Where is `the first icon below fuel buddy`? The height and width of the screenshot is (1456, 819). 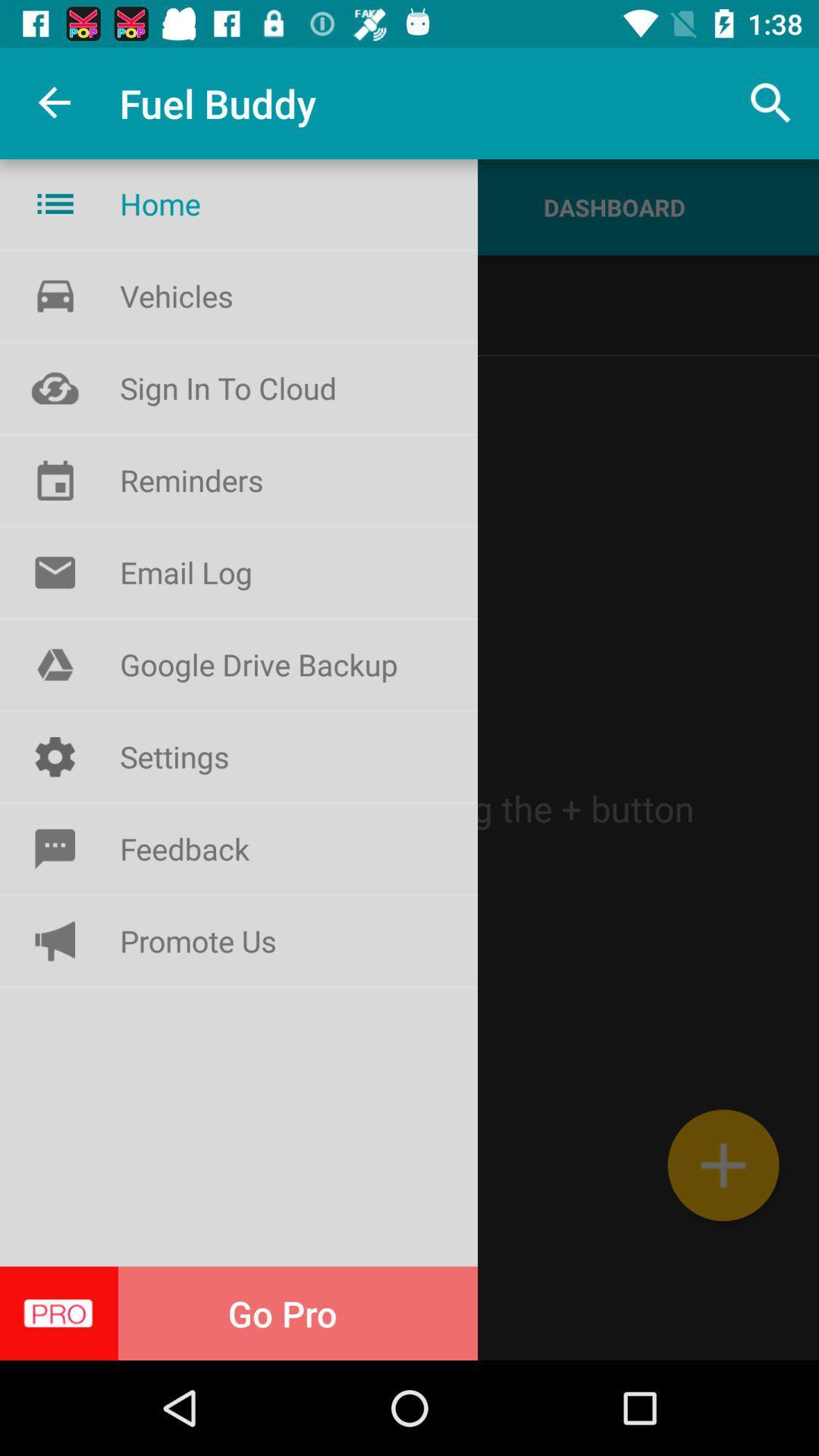 the first icon below fuel buddy is located at coordinates (55, 202).